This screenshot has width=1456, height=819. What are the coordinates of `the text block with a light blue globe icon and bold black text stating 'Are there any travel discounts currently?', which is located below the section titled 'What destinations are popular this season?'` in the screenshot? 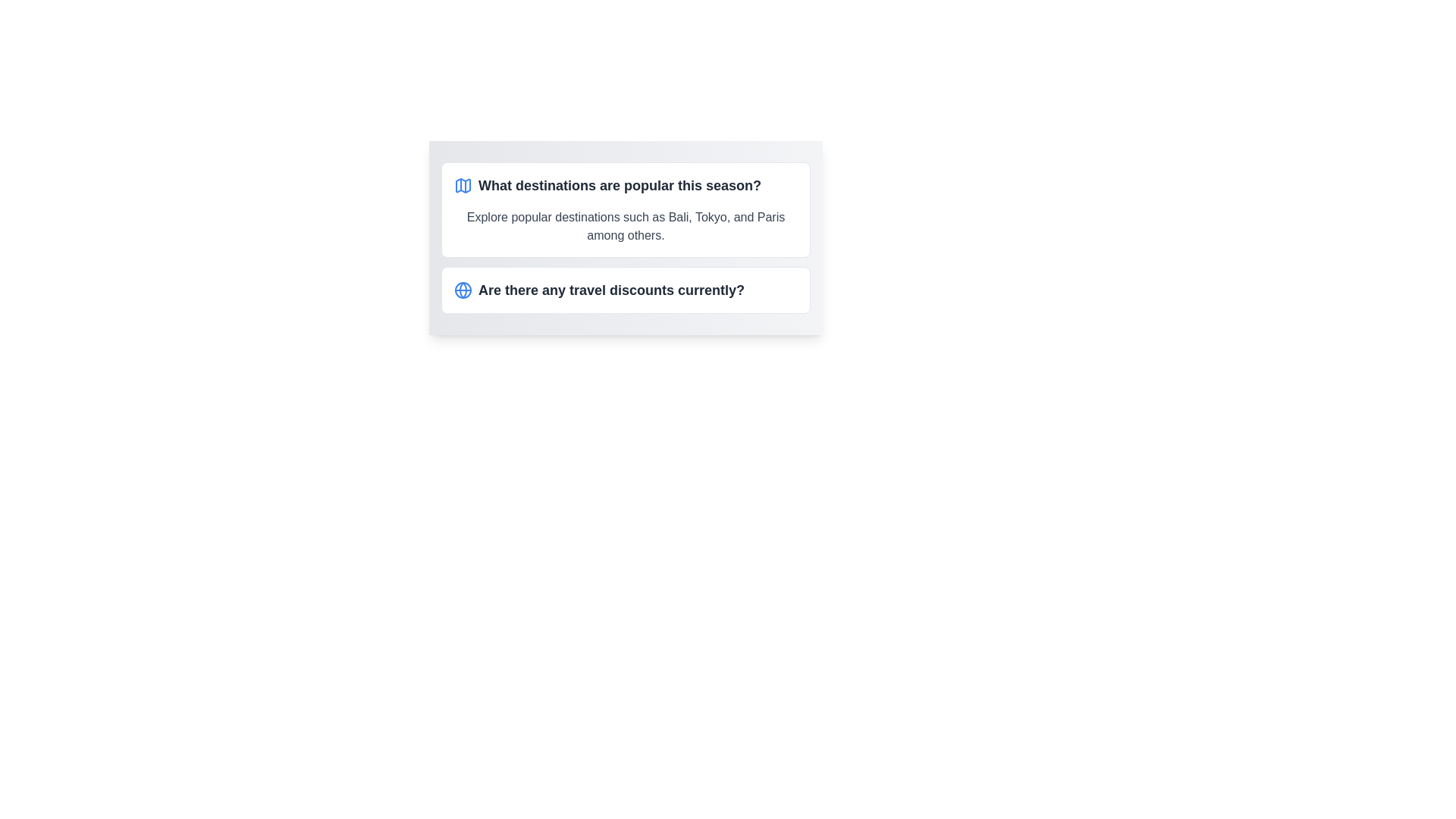 It's located at (626, 290).